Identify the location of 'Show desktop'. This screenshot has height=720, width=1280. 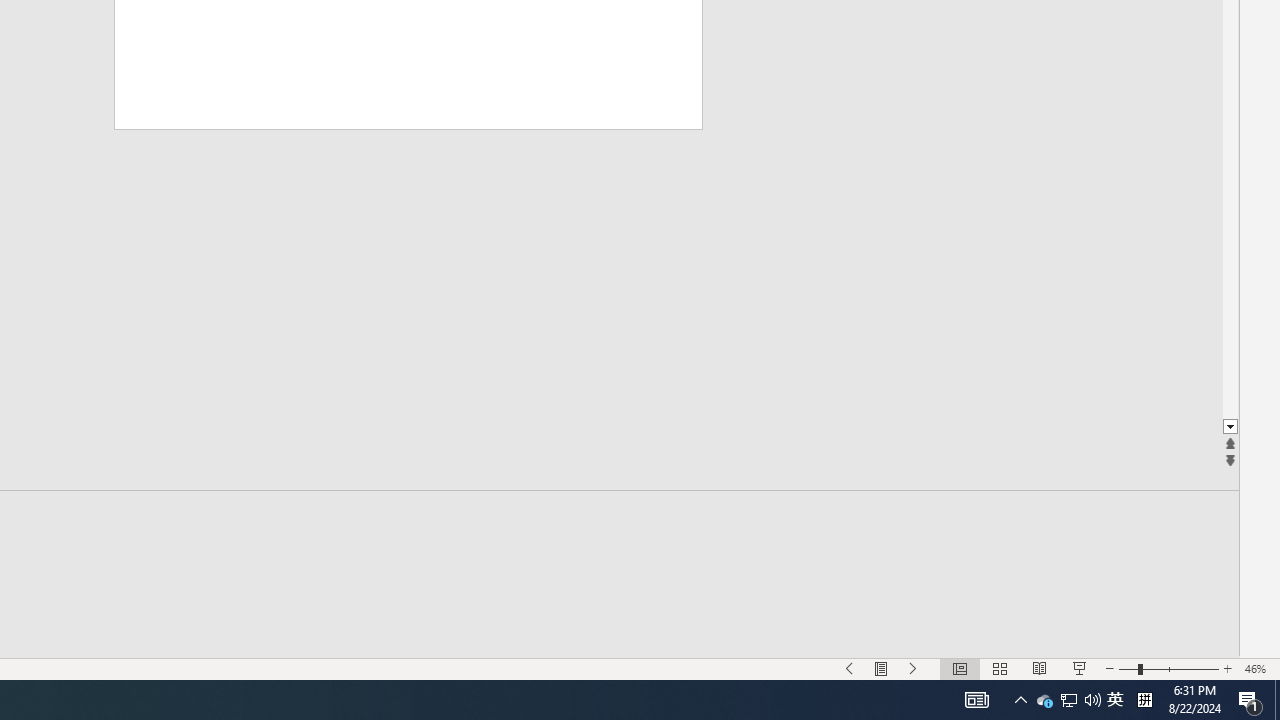
(1276, 698).